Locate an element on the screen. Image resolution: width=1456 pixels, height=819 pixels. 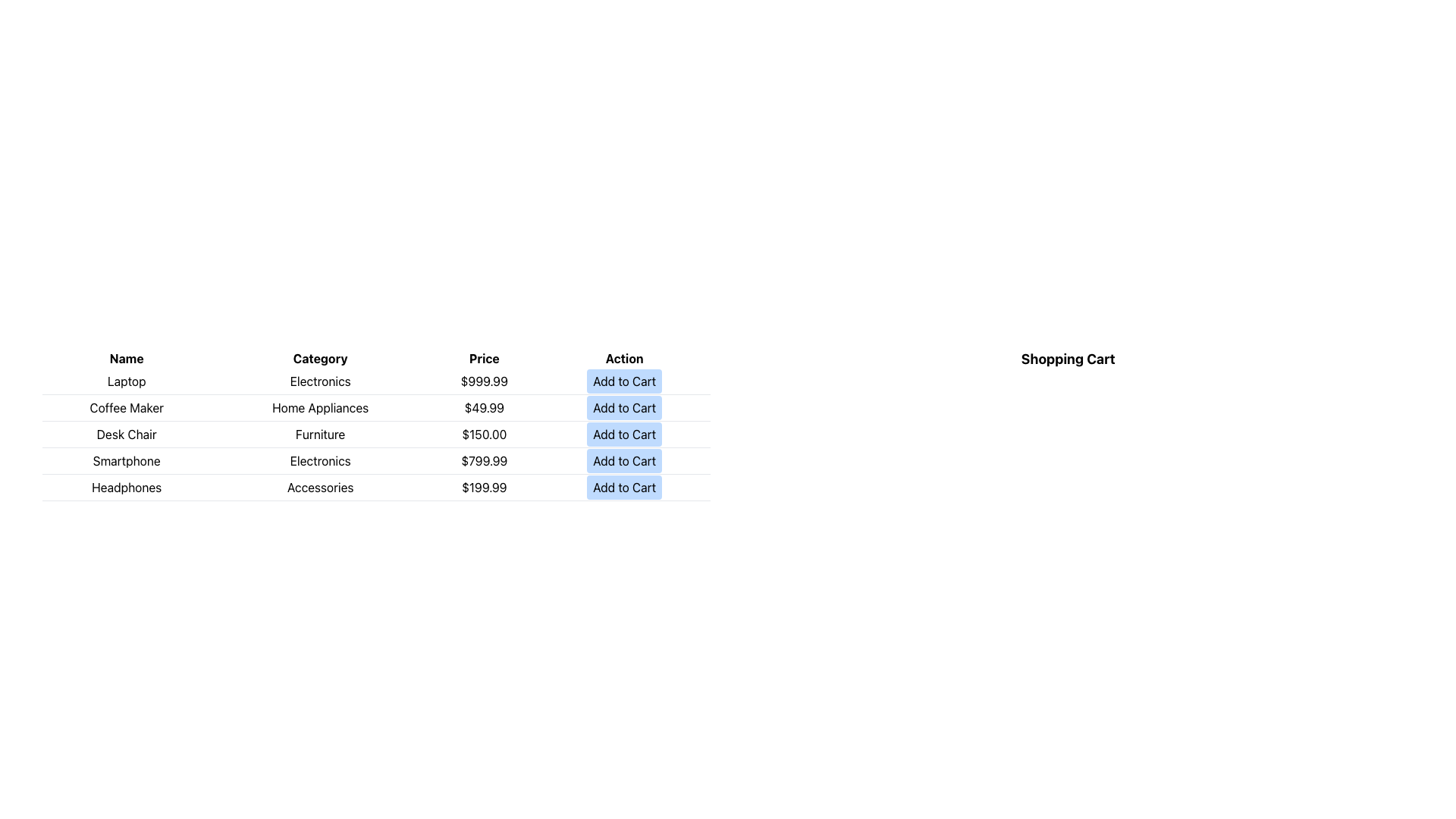
text label displaying 'Electronics' which is the second item in the 'Category' column of the fourth row in the table is located at coordinates (319, 460).